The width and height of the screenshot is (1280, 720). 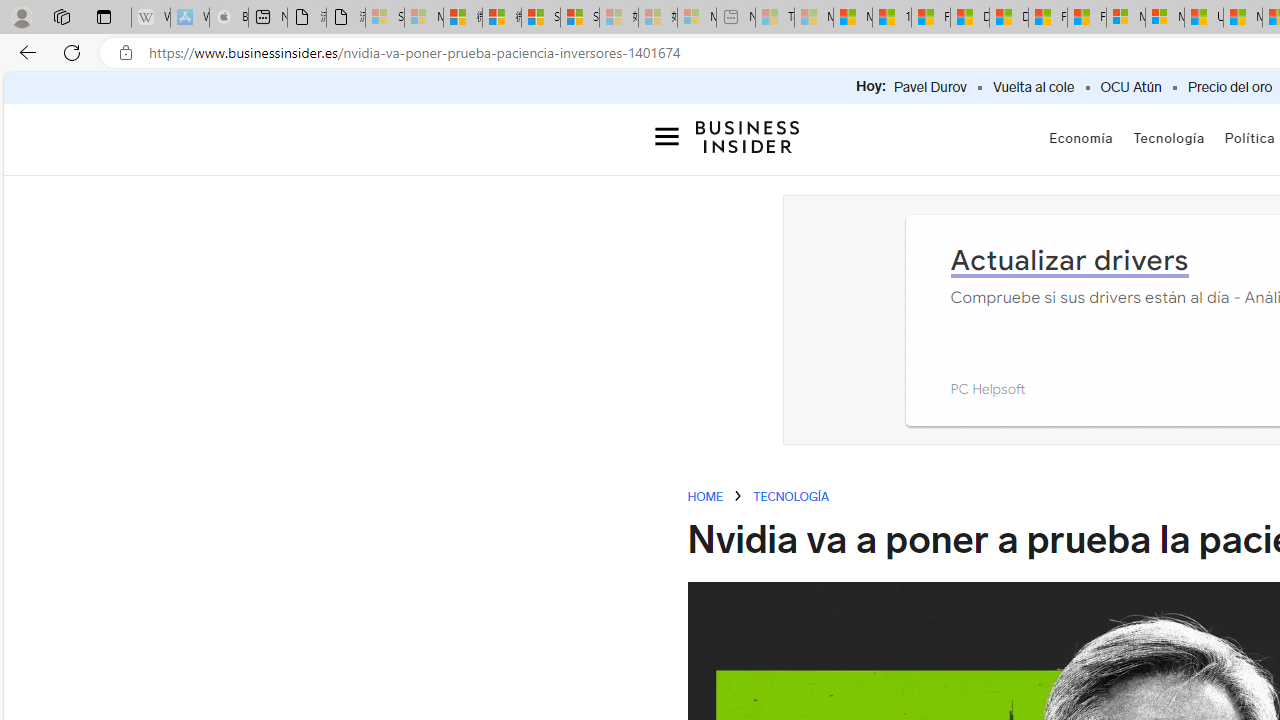 I want to click on 'Actualizar drivers', so click(x=1068, y=258).